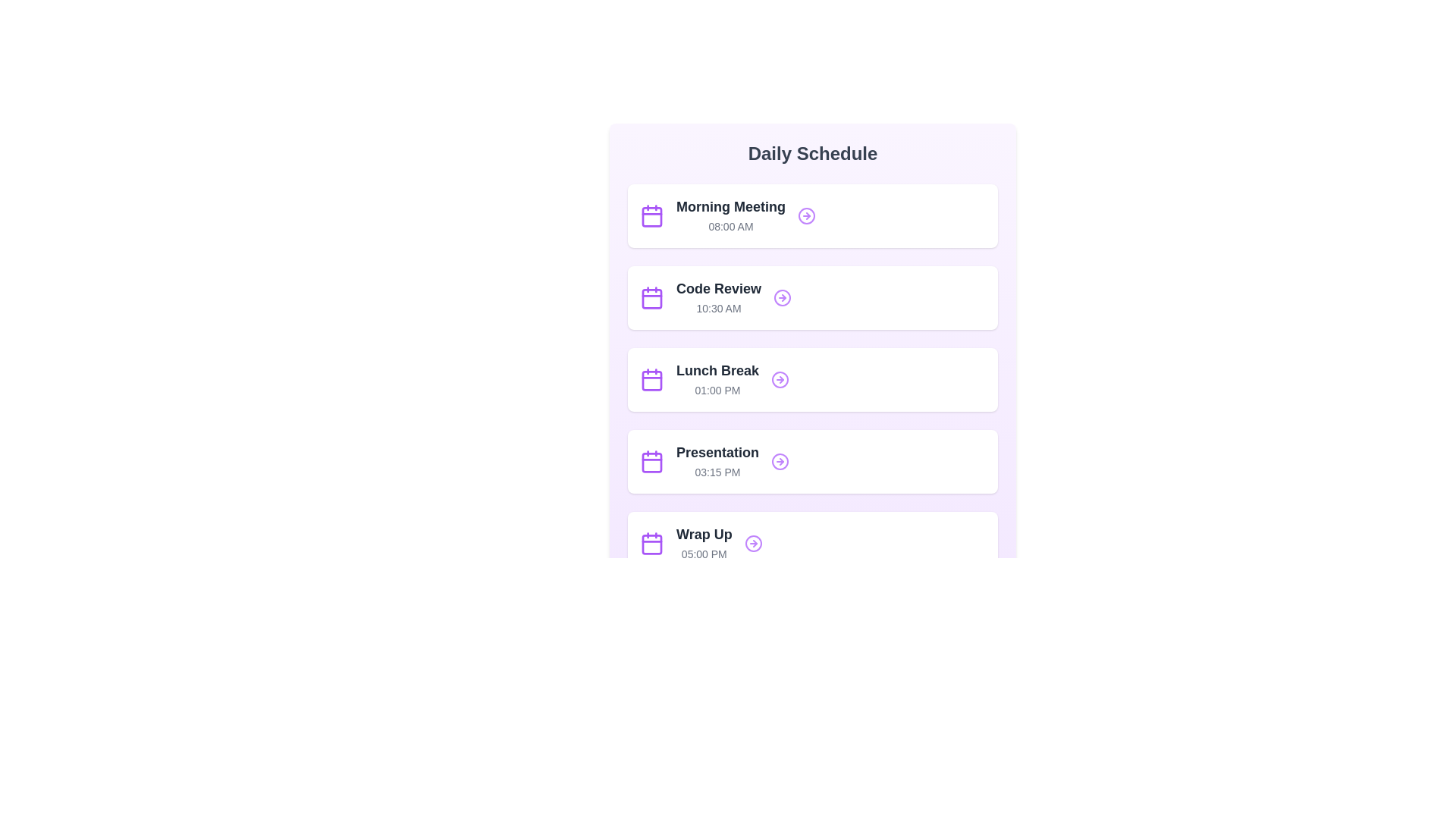 This screenshot has height=819, width=1456. What do you see at coordinates (811, 216) in the screenshot?
I see `the purple circular arrow icon in the first row of the 'Daily Schedule' section, which is a List item with a white background, purple calendar icon, bold text 'Morning Meeting', and time '08:00 AM'` at bounding box center [811, 216].